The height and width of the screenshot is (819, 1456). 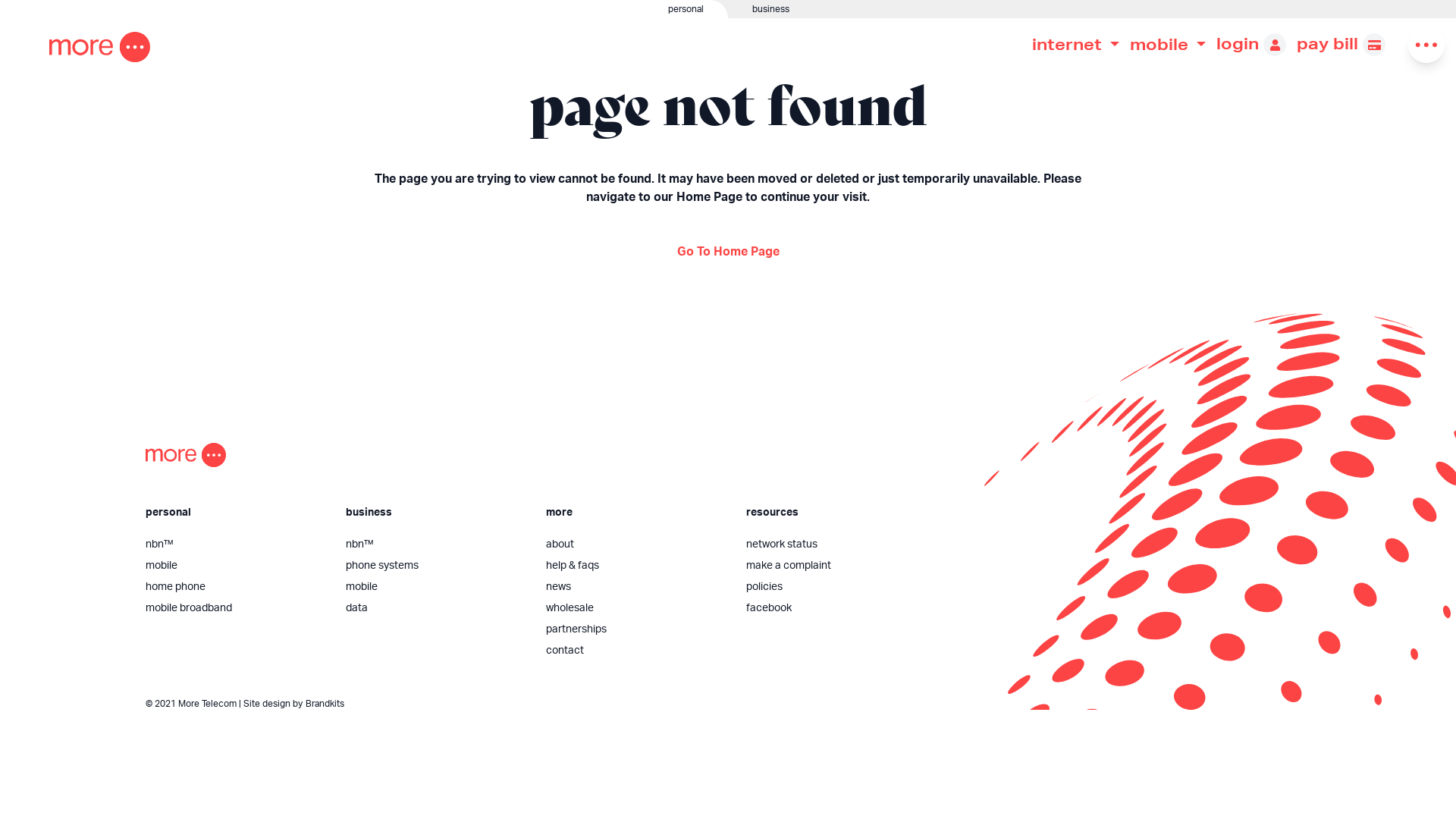 I want to click on 'make a complaint', so click(x=745, y=565).